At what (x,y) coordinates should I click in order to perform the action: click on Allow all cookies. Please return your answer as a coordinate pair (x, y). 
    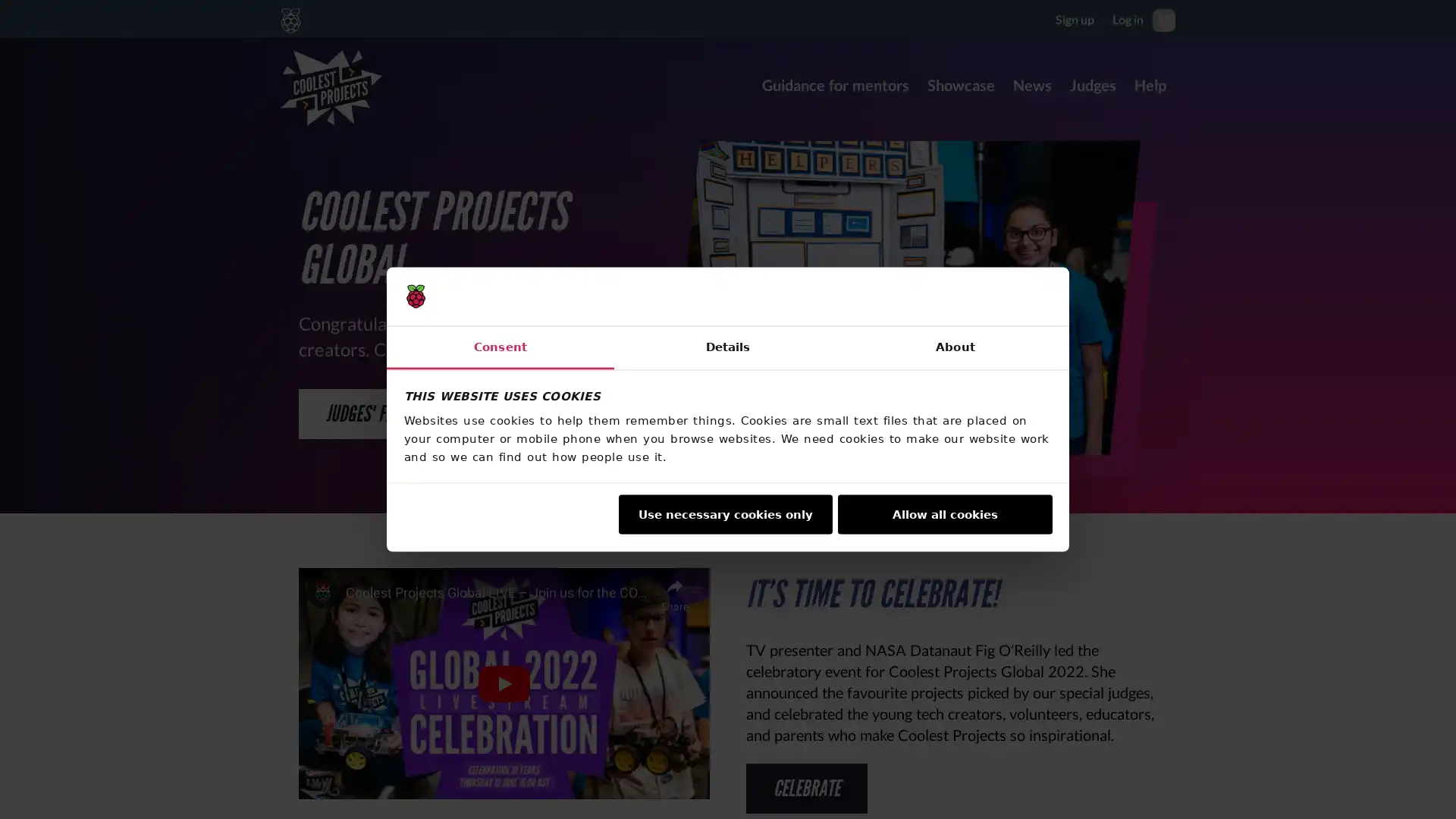
    Looking at the image, I should click on (944, 513).